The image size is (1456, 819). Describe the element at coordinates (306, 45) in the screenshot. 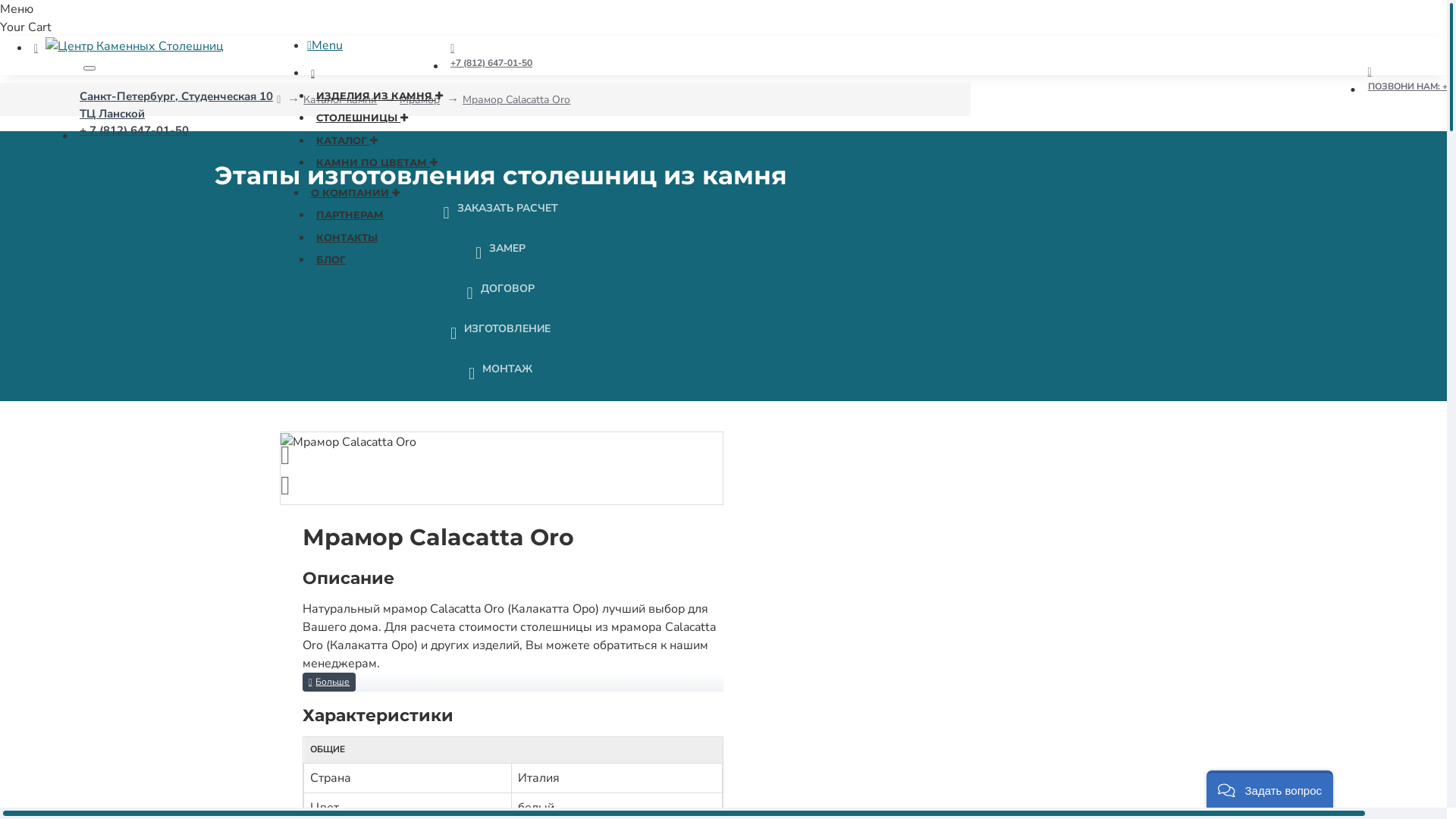

I see `'Menu'` at that location.